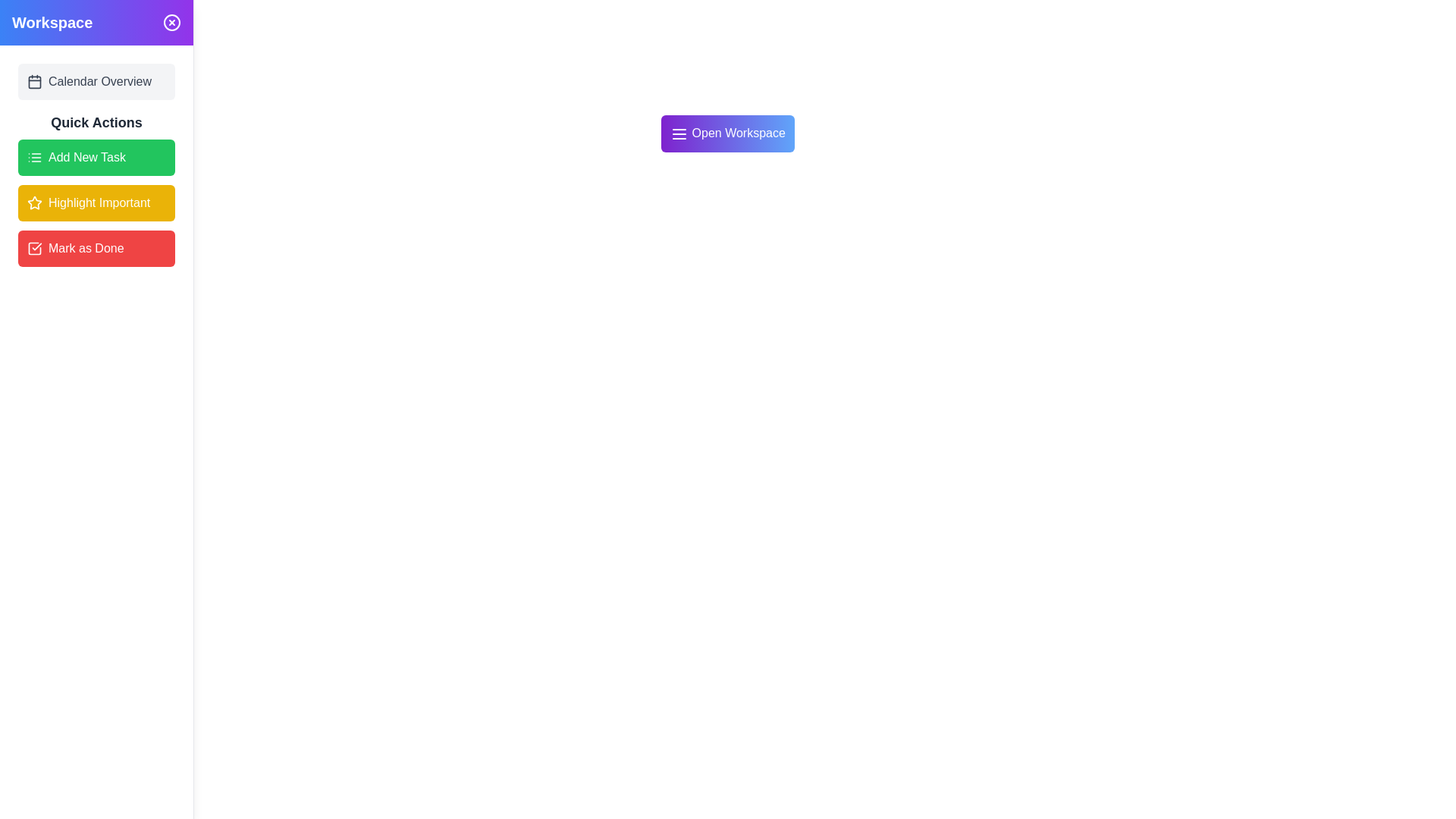 This screenshot has width=1456, height=819. What do you see at coordinates (171, 23) in the screenshot?
I see `the red cross icon button located` at bounding box center [171, 23].